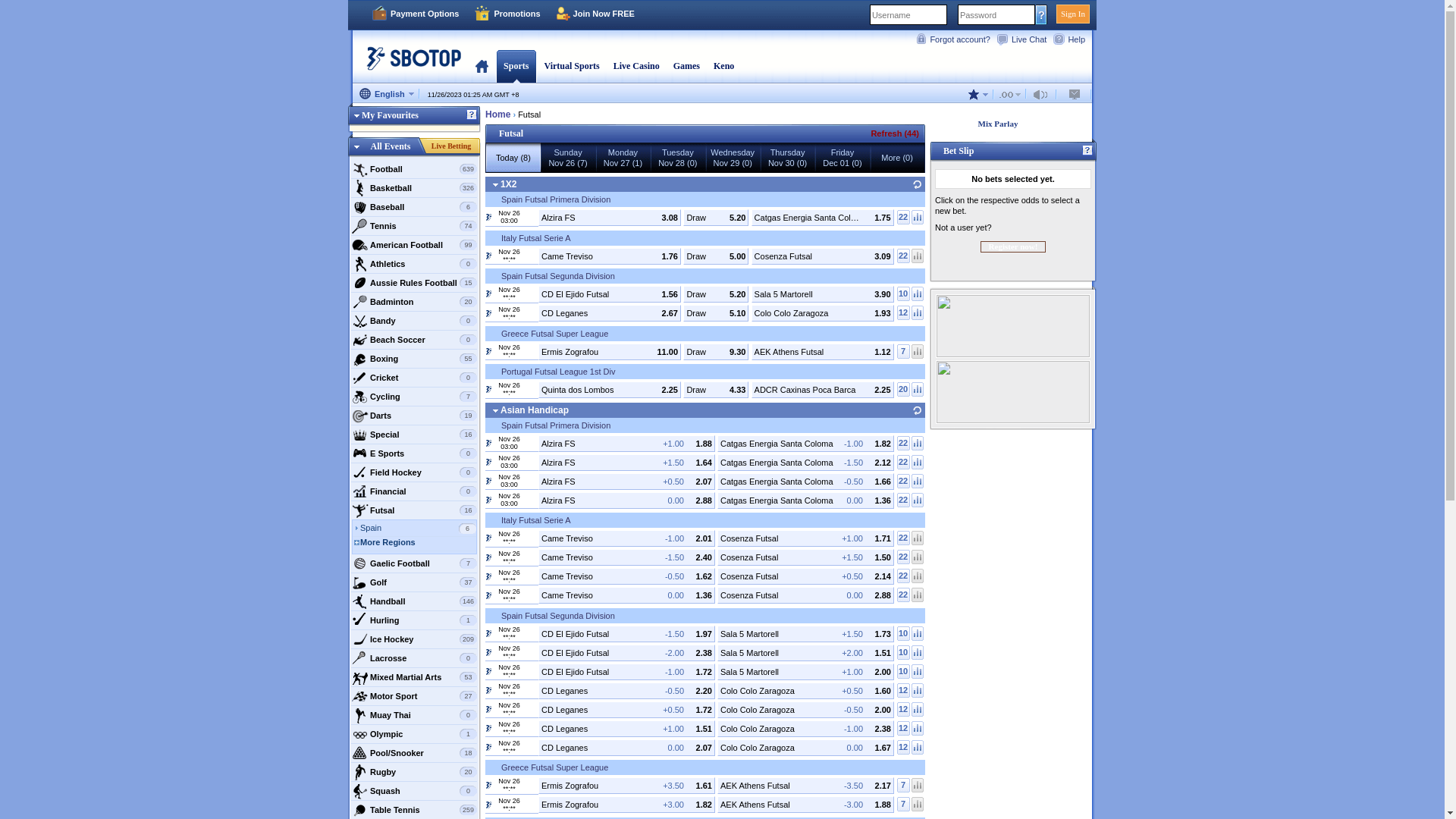  What do you see at coordinates (414, 225) in the screenshot?
I see `'Tennis` at bounding box center [414, 225].